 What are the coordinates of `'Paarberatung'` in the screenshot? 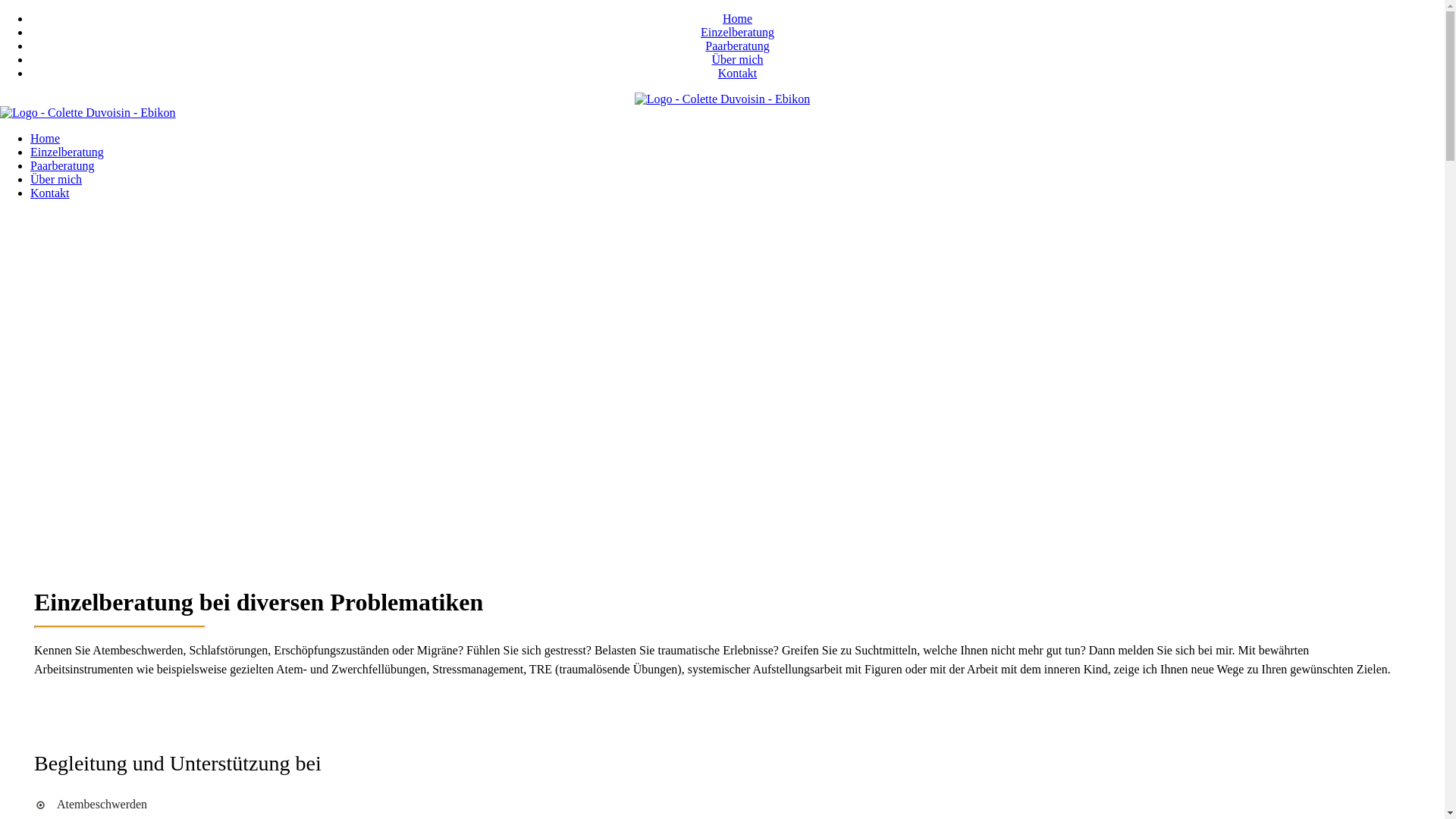 It's located at (61, 165).